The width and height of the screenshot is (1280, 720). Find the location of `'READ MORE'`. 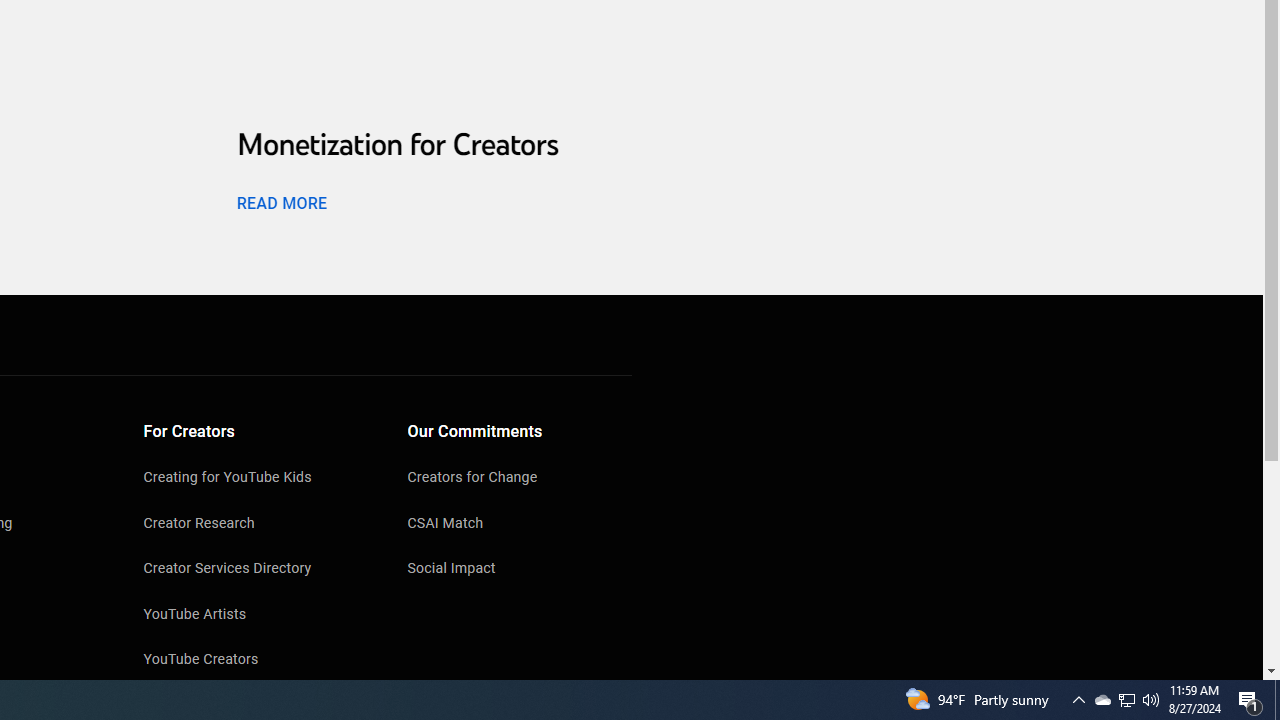

'READ MORE' is located at coordinates (280, 203).